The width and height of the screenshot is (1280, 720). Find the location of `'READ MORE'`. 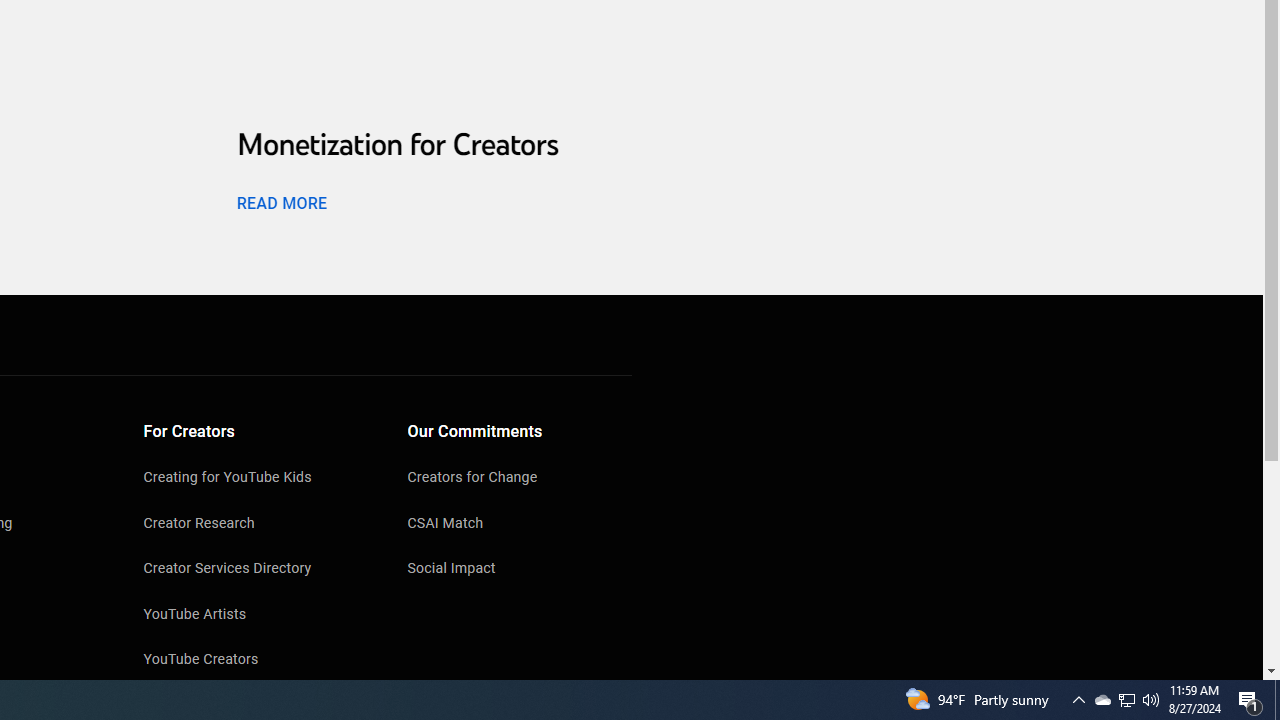

'READ MORE' is located at coordinates (280, 203).